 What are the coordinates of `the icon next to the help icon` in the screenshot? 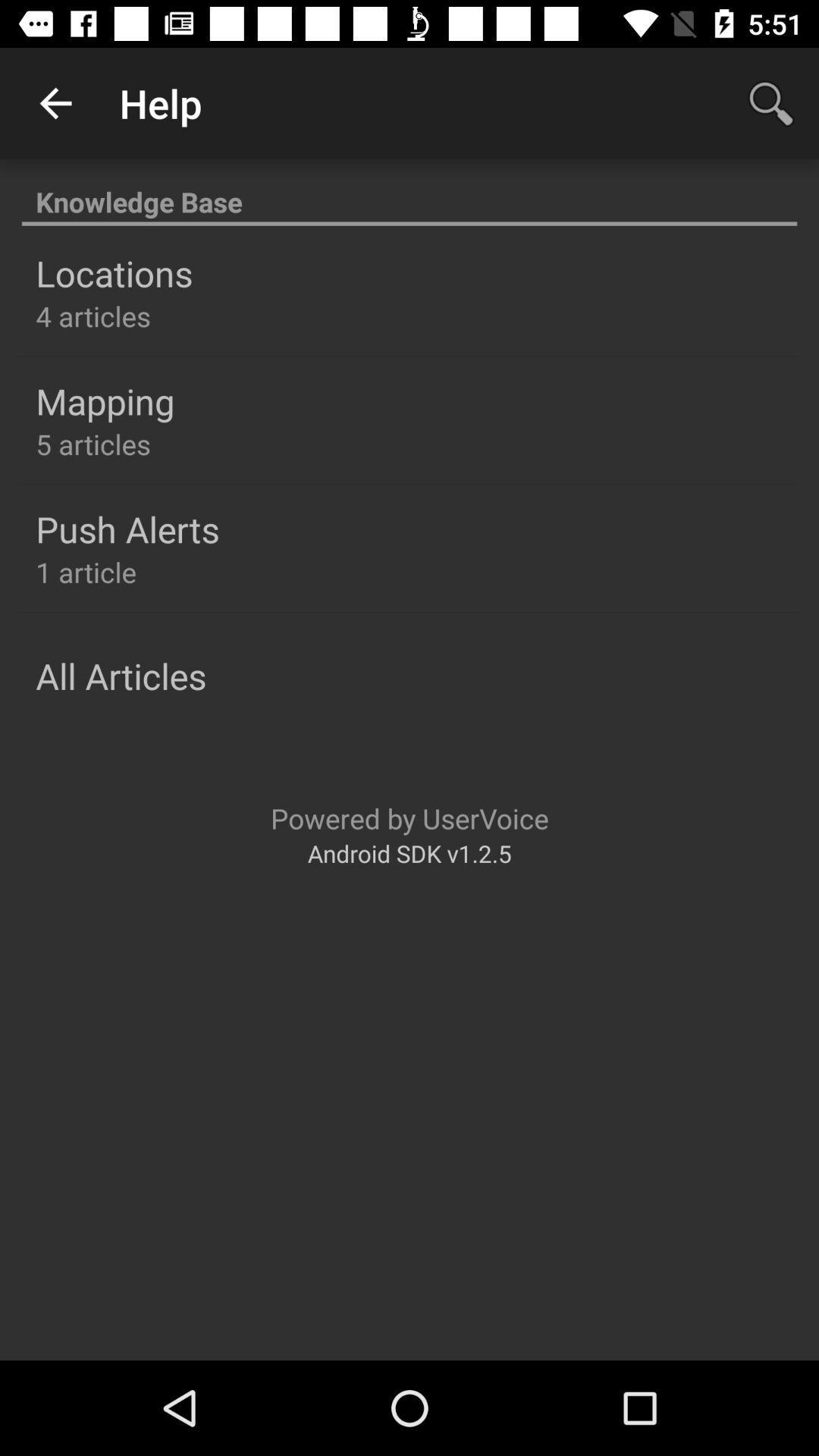 It's located at (55, 102).